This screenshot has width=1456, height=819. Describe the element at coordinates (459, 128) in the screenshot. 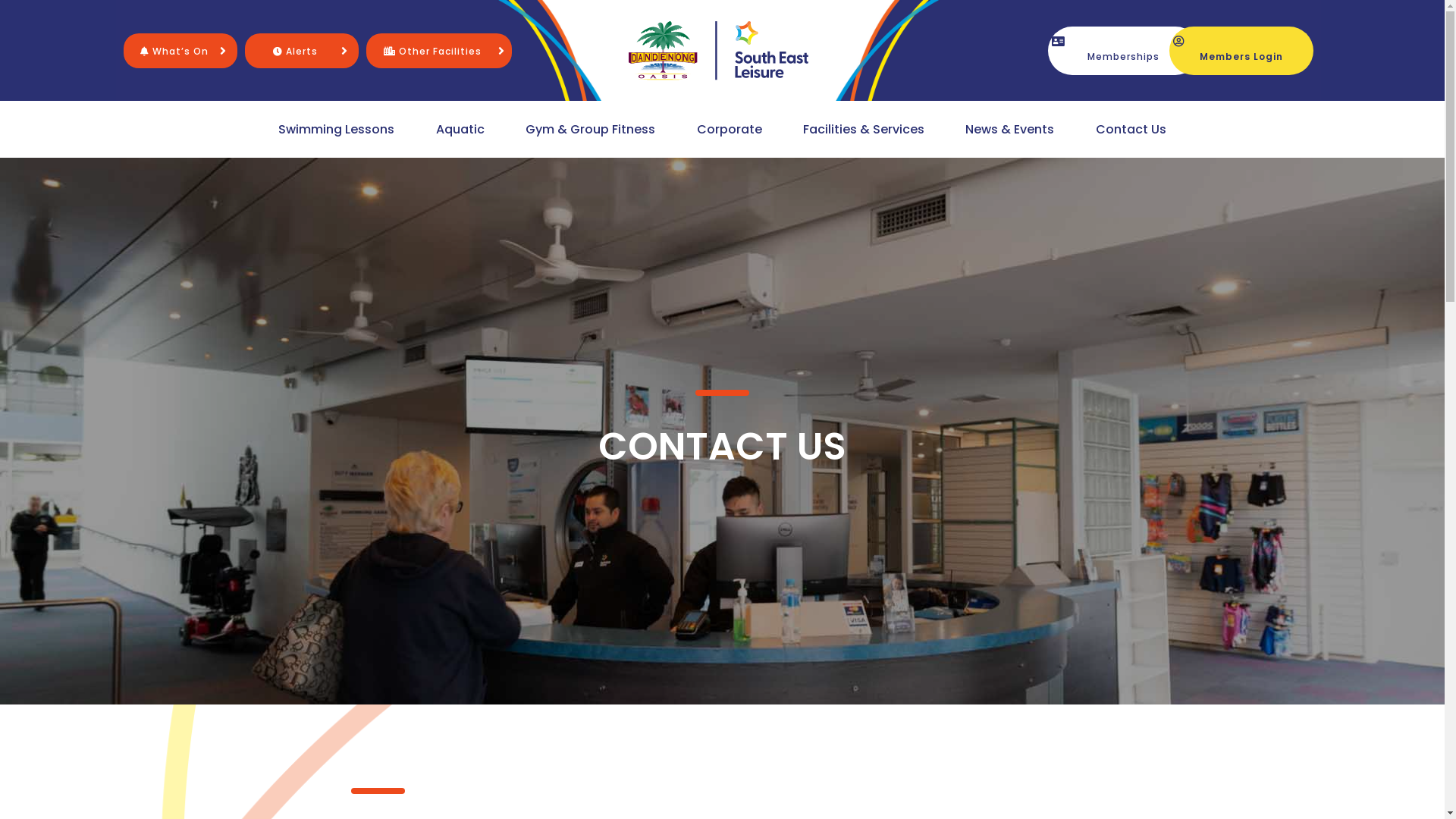

I see `'Aquatic'` at that location.